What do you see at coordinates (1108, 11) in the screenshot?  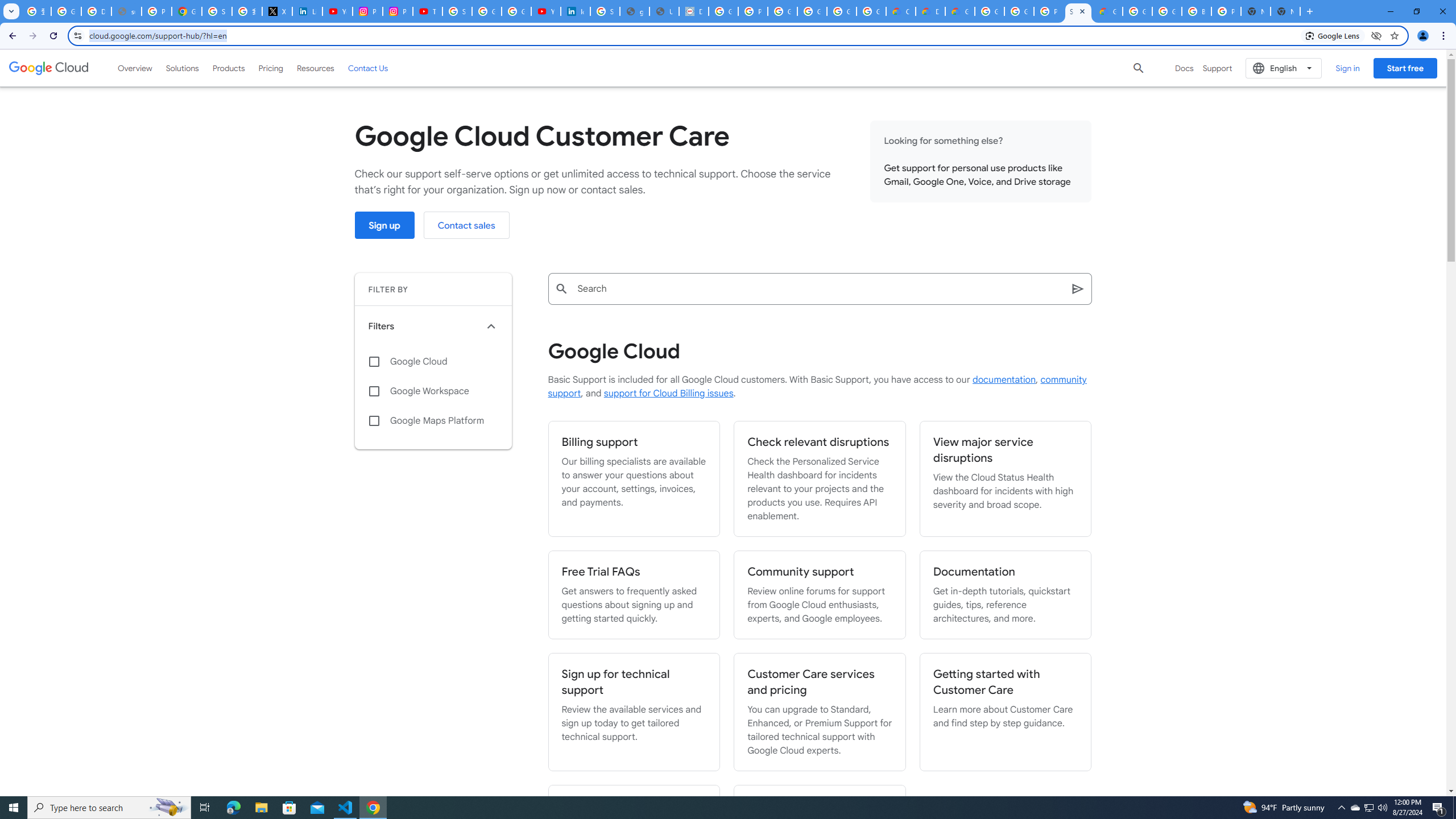 I see `'Google Cloud Service Health'` at bounding box center [1108, 11].